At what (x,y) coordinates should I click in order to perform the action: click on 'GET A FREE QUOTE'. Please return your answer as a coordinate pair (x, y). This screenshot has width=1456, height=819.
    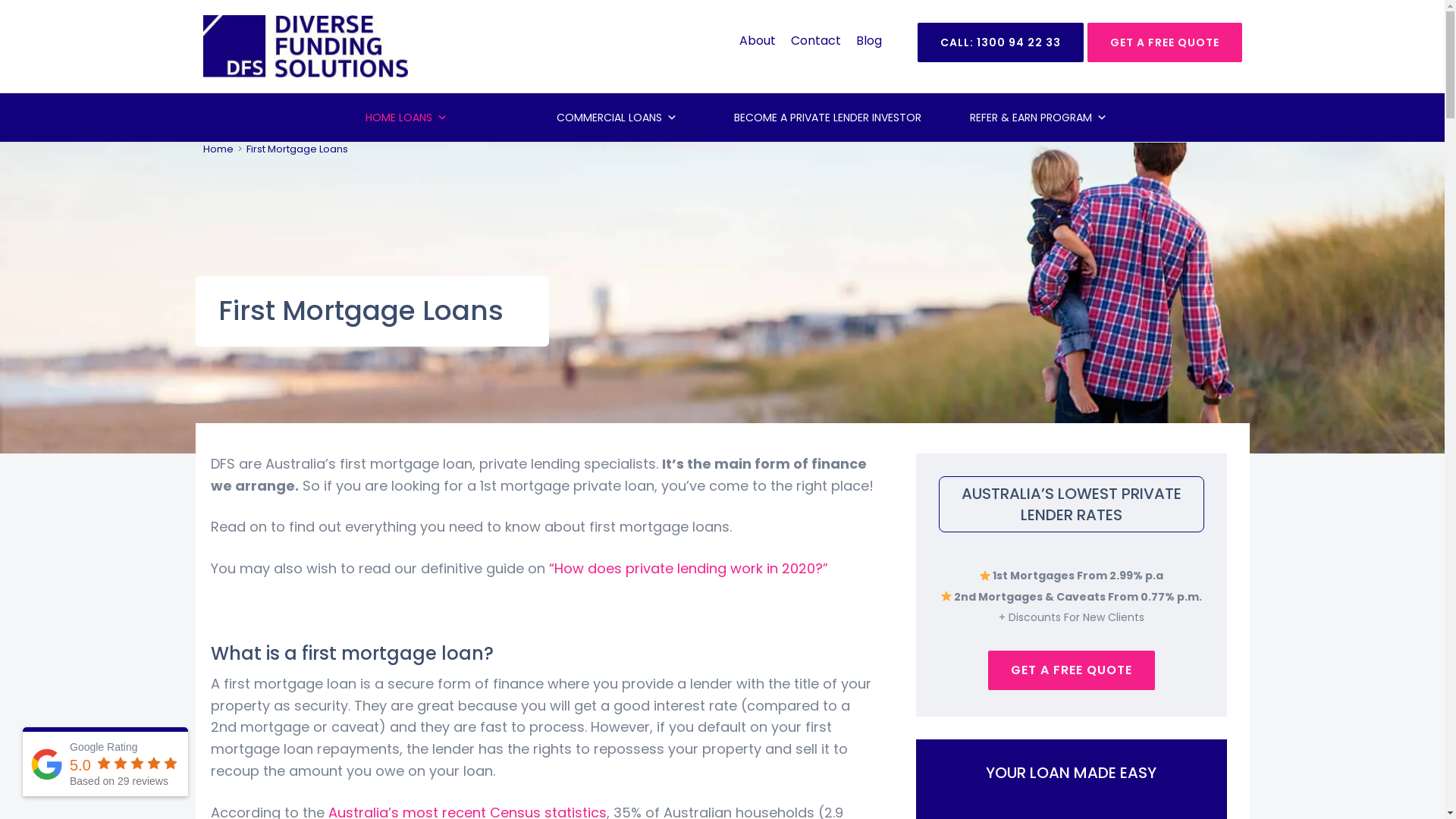
    Looking at the image, I should click on (1164, 42).